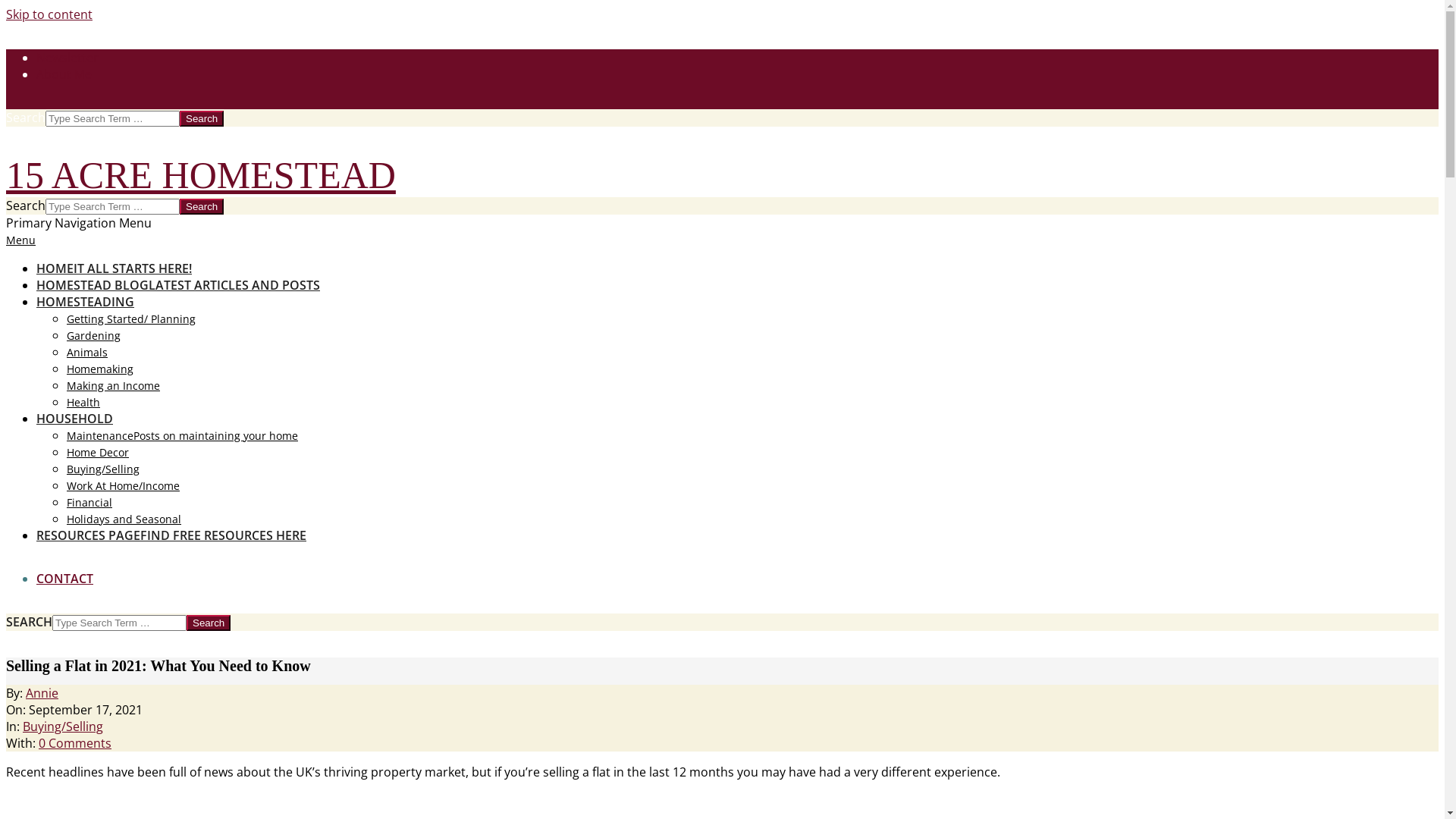  What do you see at coordinates (171, 534) in the screenshot?
I see `'RESOURCES PAGEFIND FREE RESOURCES HERE'` at bounding box center [171, 534].